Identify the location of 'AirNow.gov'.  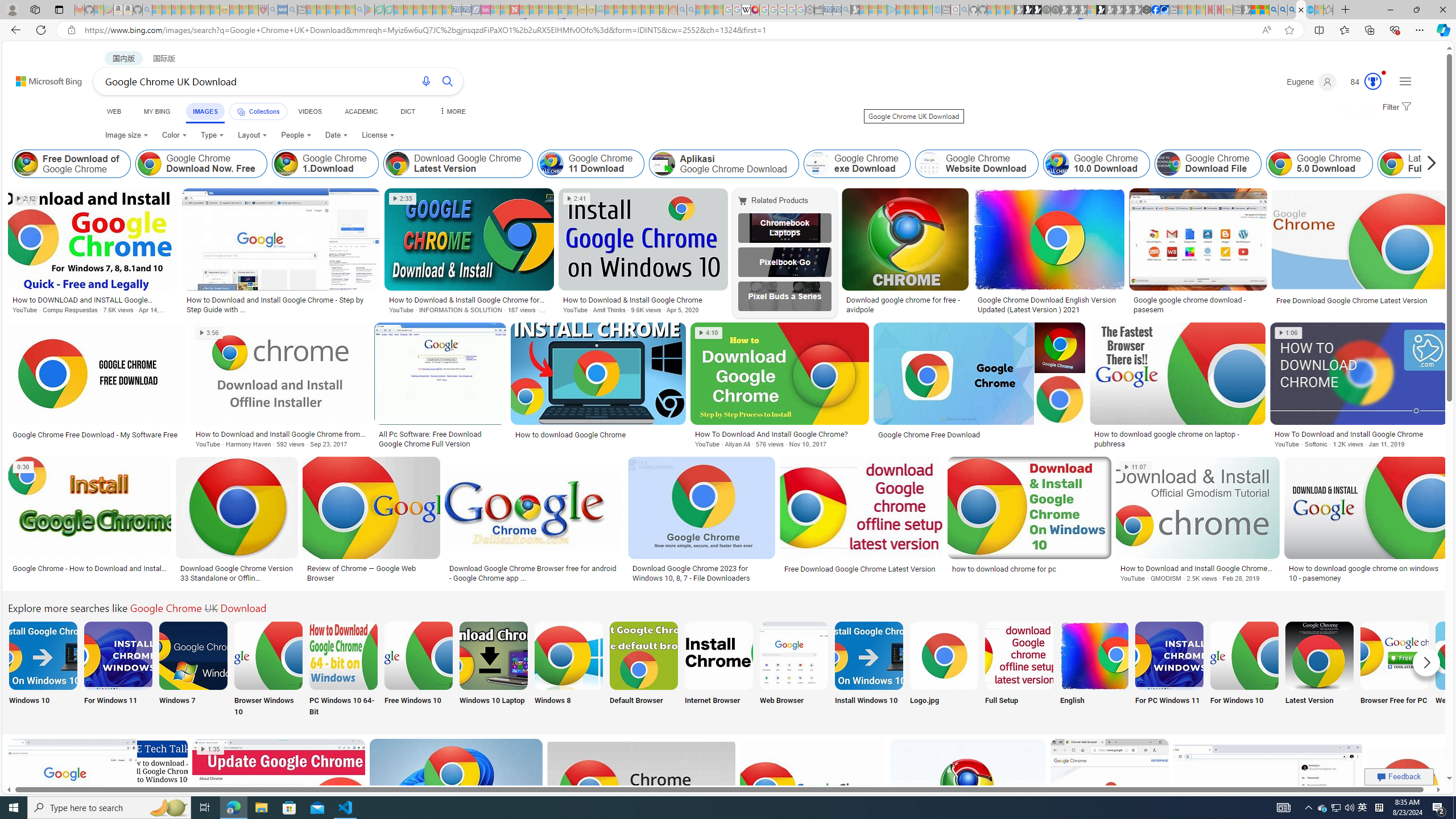
(1164, 9).